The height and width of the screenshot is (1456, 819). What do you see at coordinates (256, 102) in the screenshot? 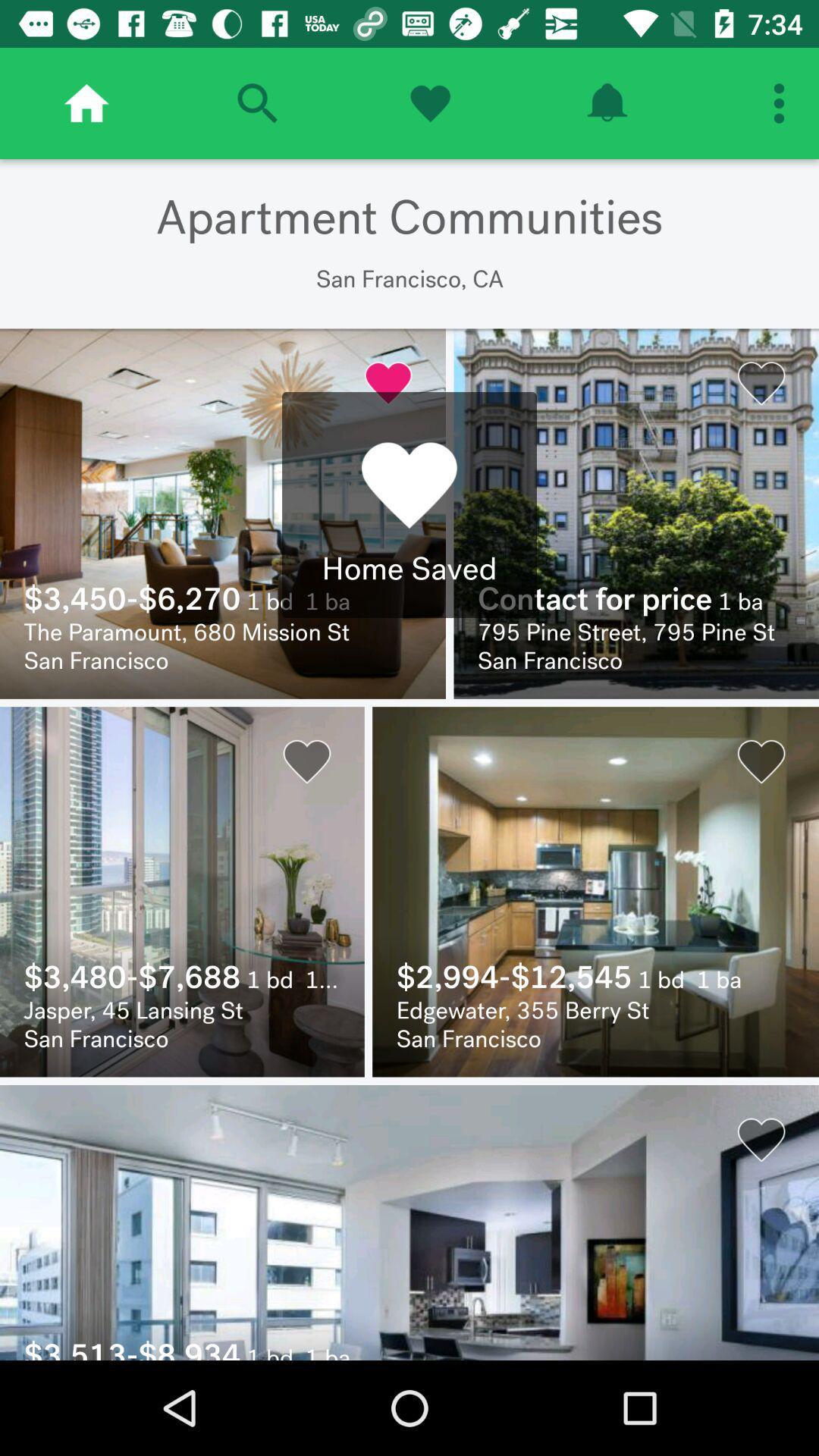
I see `search apartments` at bounding box center [256, 102].